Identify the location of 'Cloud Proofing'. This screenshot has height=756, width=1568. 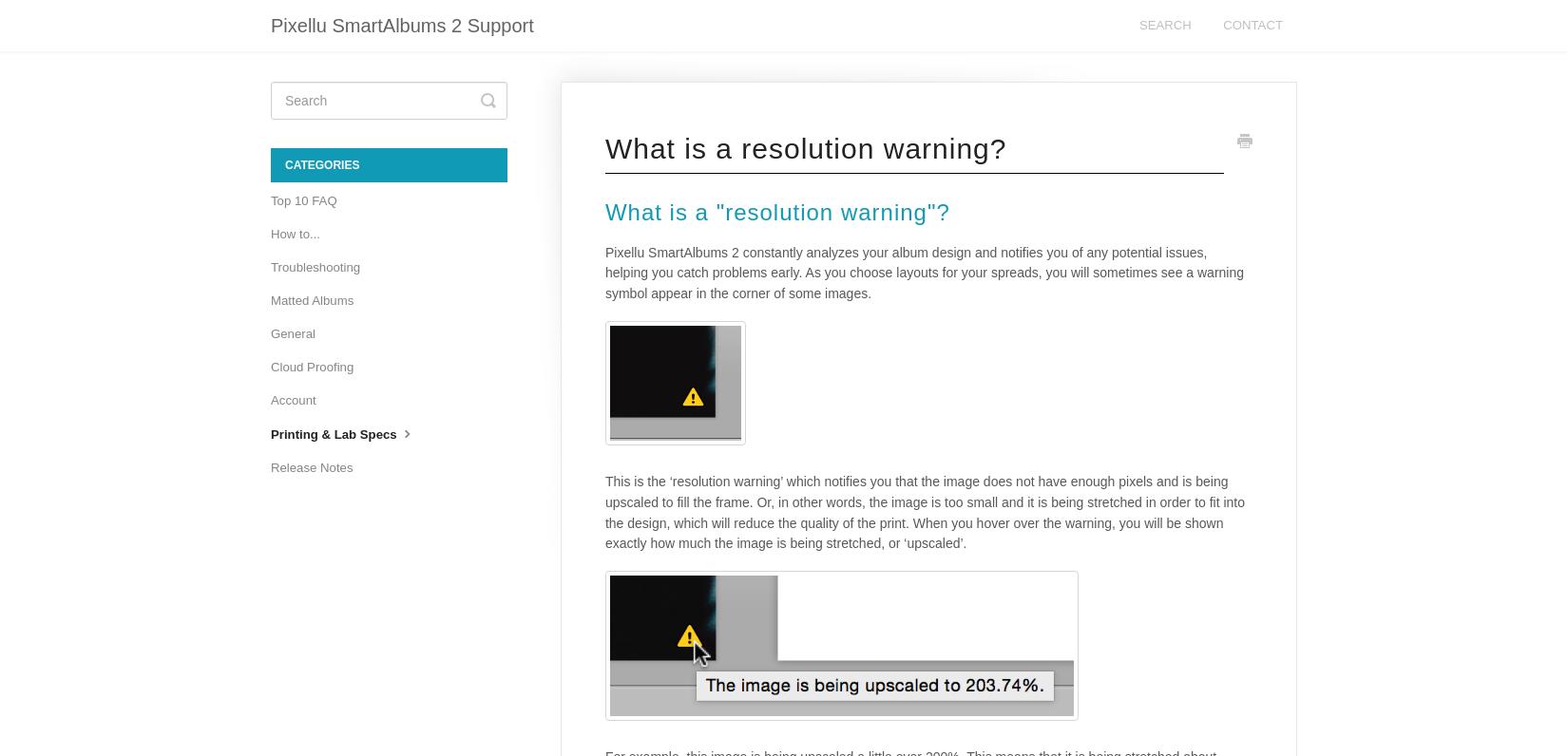
(312, 367).